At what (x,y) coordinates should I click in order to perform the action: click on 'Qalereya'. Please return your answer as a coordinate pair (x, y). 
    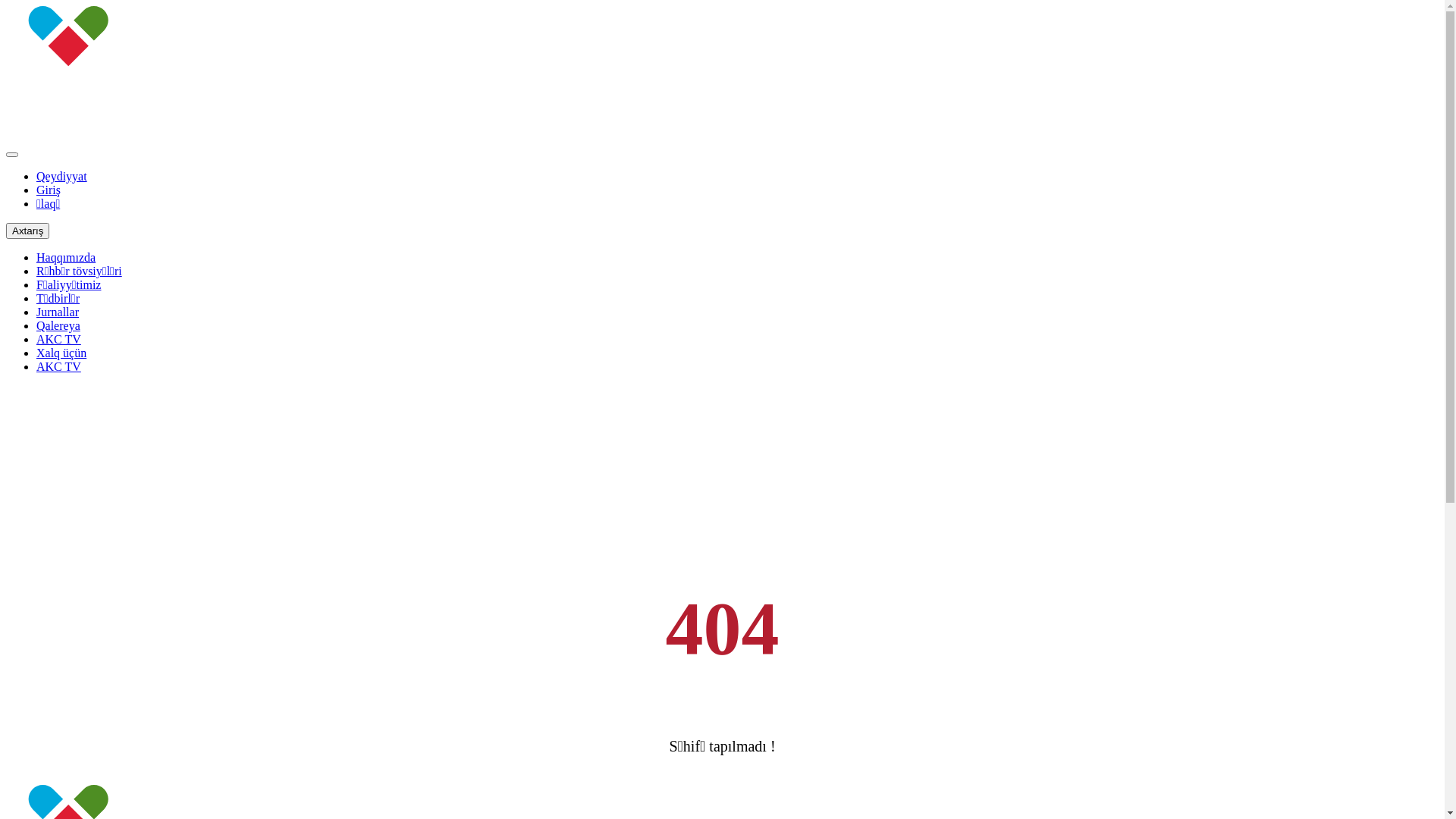
    Looking at the image, I should click on (36, 325).